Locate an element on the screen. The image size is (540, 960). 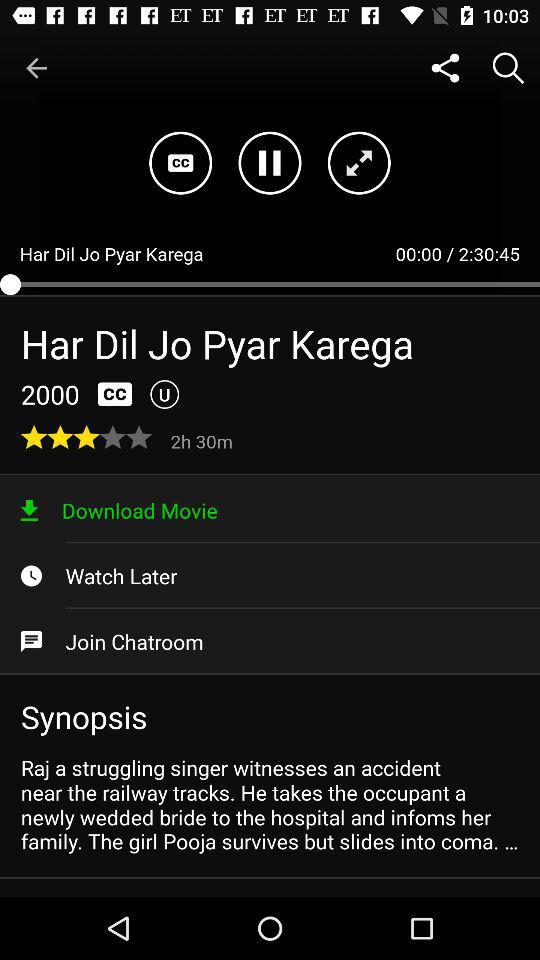
the pause icon is located at coordinates (270, 162).